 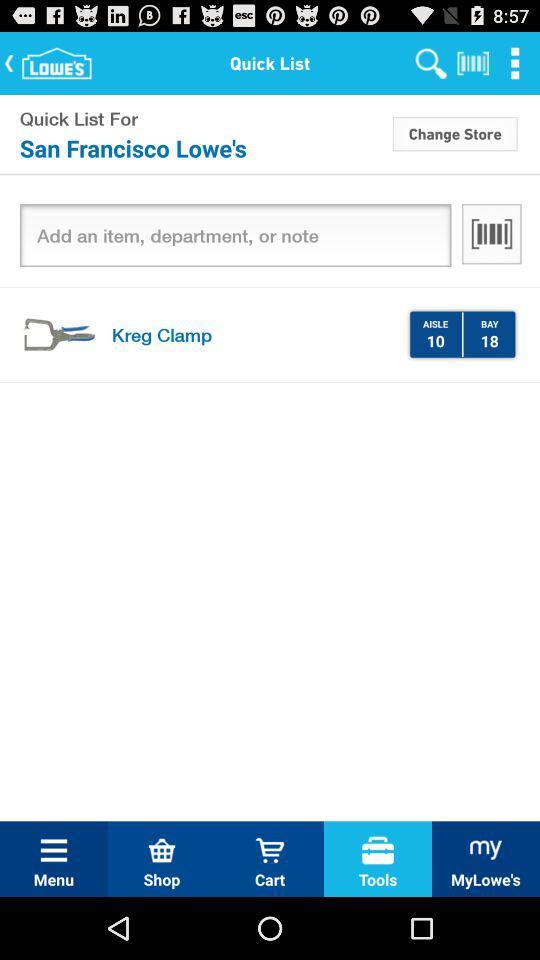 What do you see at coordinates (434, 340) in the screenshot?
I see `item to the right of kreg clamp item` at bounding box center [434, 340].